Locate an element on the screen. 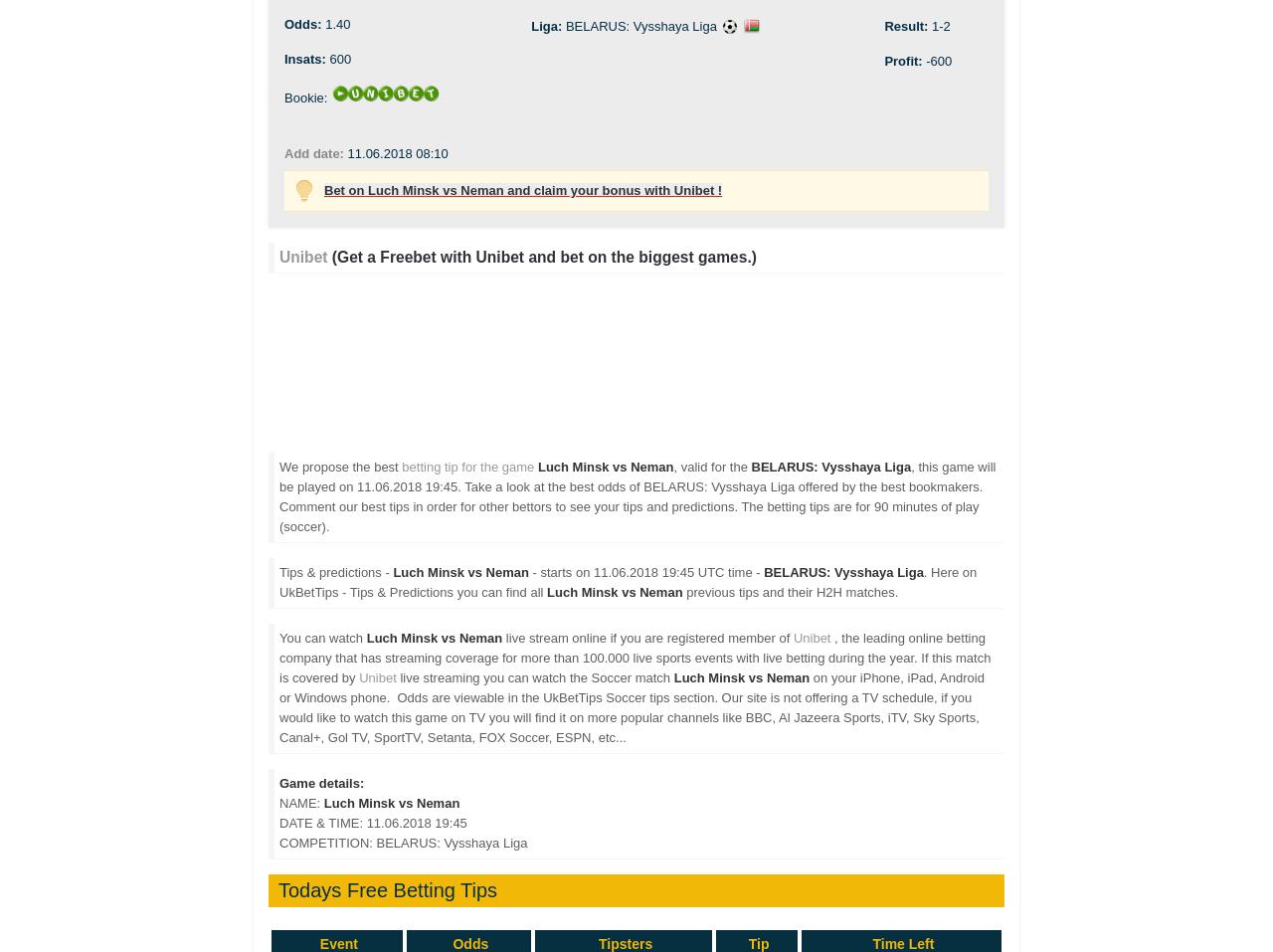 Image resolution: width=1273 pixels, height=952 pixels. 'on your iPhone, iPad, Android or Windows phone.  Odds are viewable in the UkBetTips Soccer tips section. Our site is not offering a TV schedule, if you would like to watch this game on TV you will find it on more popular channels like BBC, Al Jazeera Sports, iTV, Sky Sports, Canal+, Gol TV, SportTV, Setanta, FOX Soccer, ESPN, etc...' is located at coordinates (277, 707).